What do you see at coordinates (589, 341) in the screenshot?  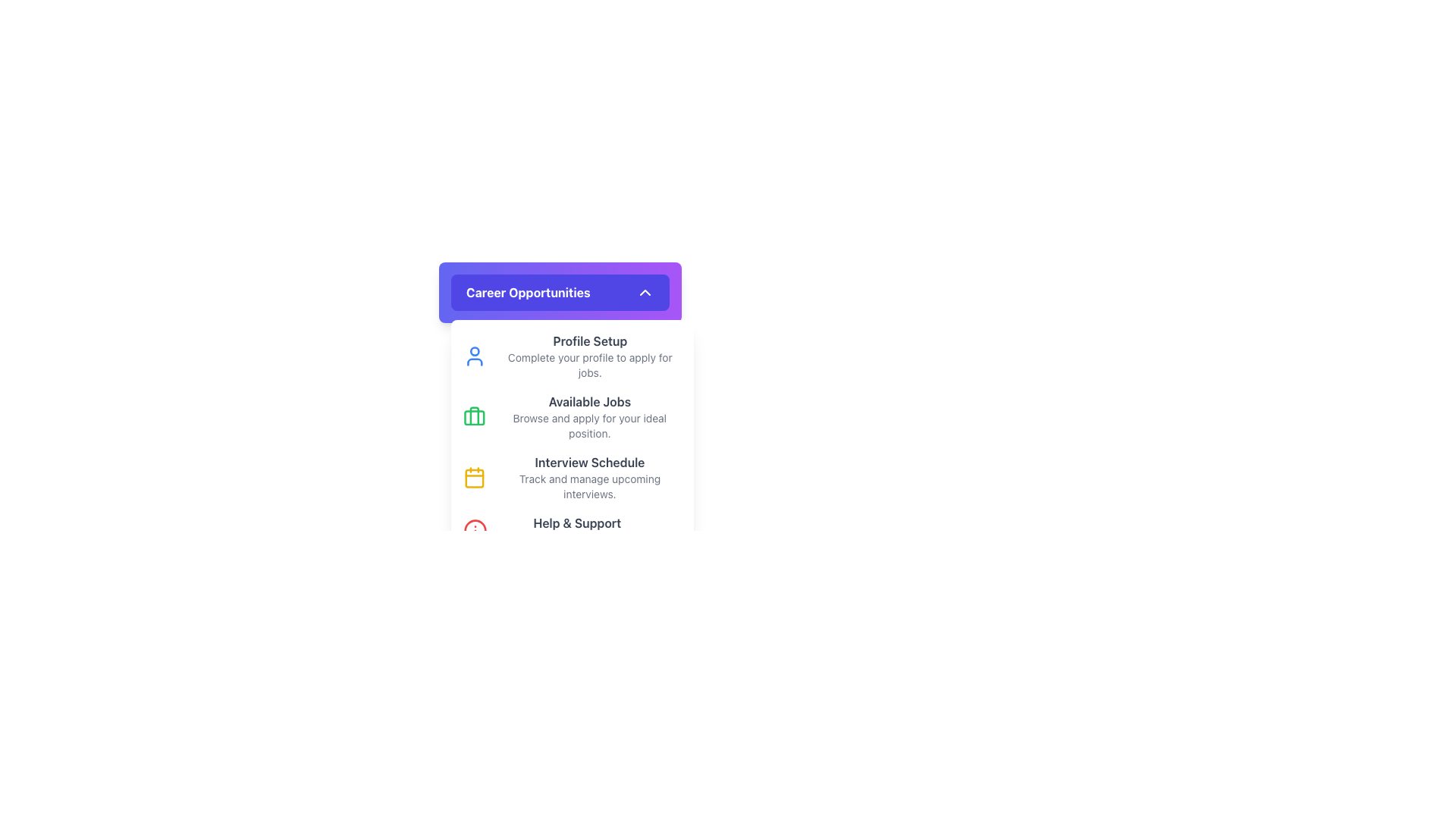 I see `the header text indicating the 'Profile Setup' task located near the top of the dropdown list under the 'Career Opportunities' button` at bounding box center [589, 341].